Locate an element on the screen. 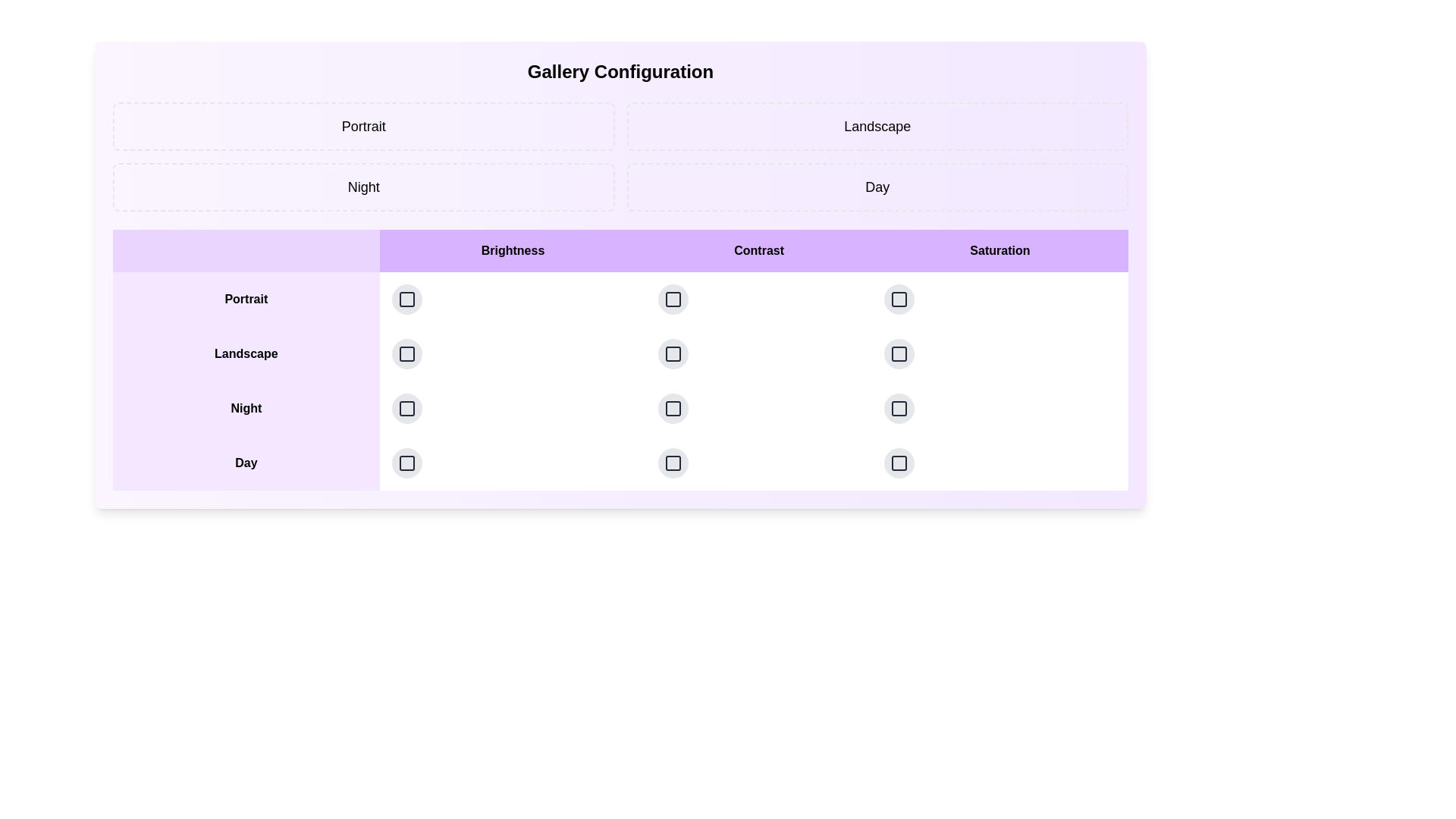  the button is located at coordinates (513, 462).